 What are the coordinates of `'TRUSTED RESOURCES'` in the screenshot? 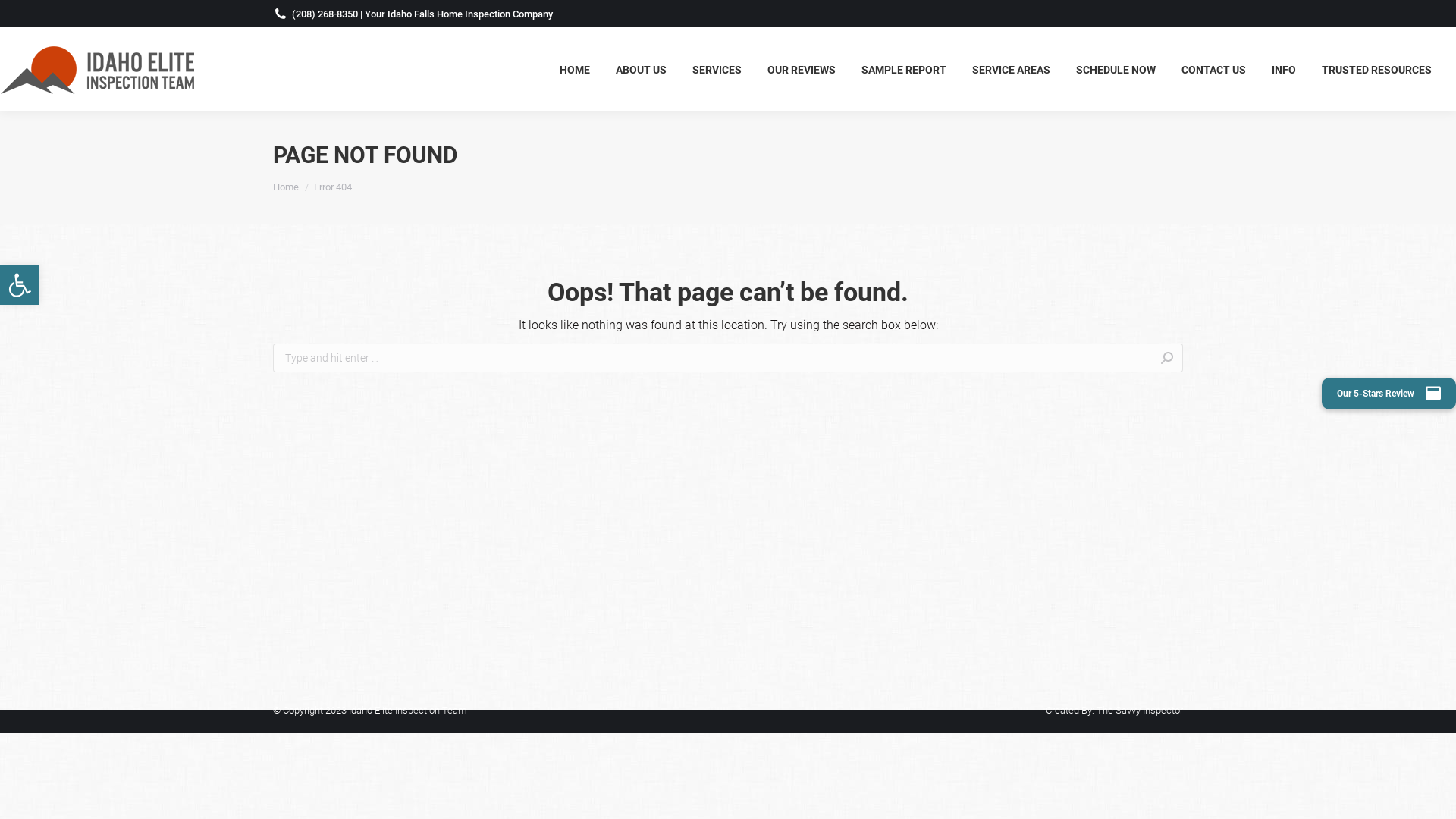 It's located at (1376, 69).